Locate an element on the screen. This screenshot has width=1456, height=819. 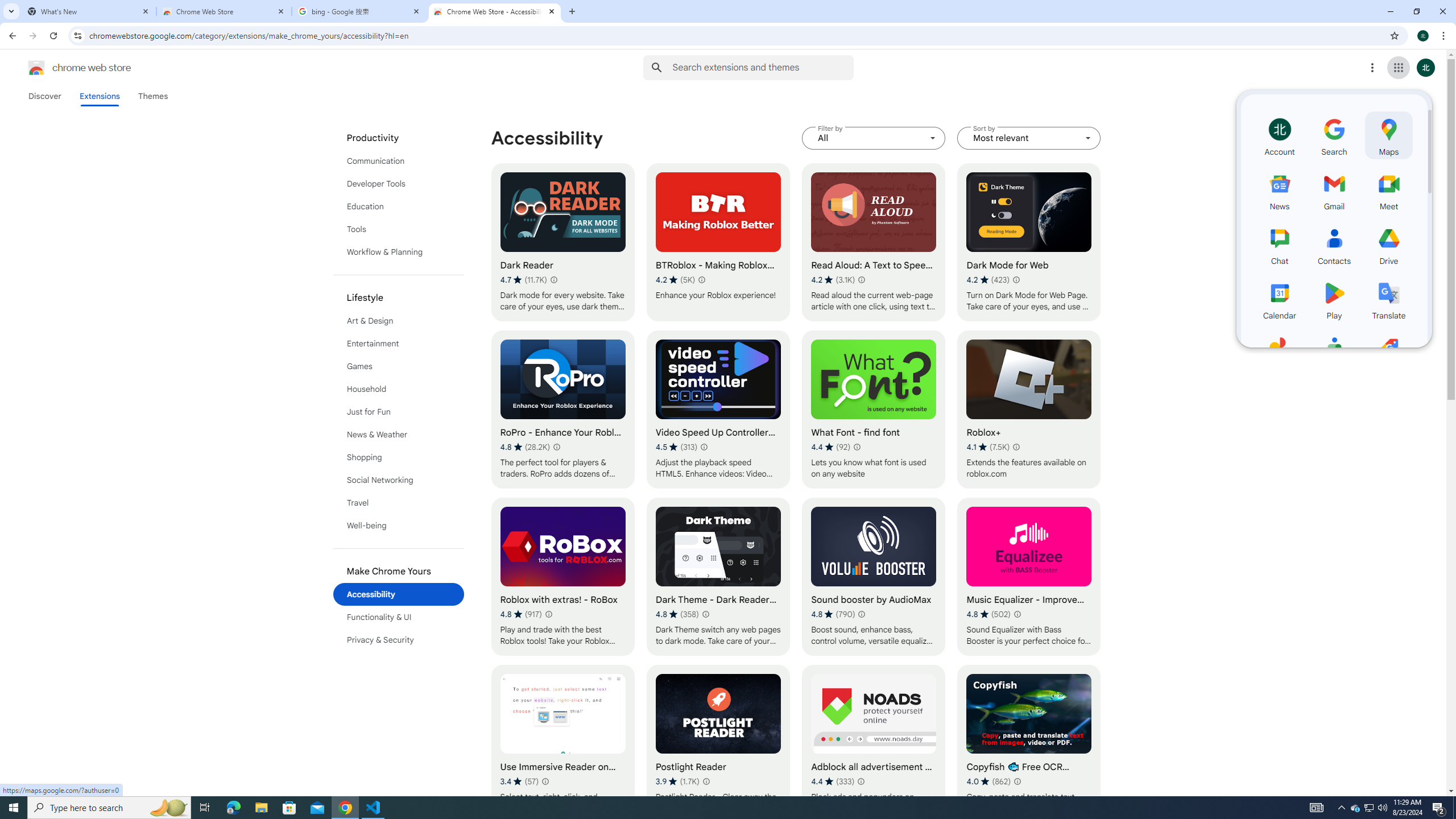
'Average rating 4.8 out of 5 stars. 28.2K ratings.' is located at coordinates (524, 446).